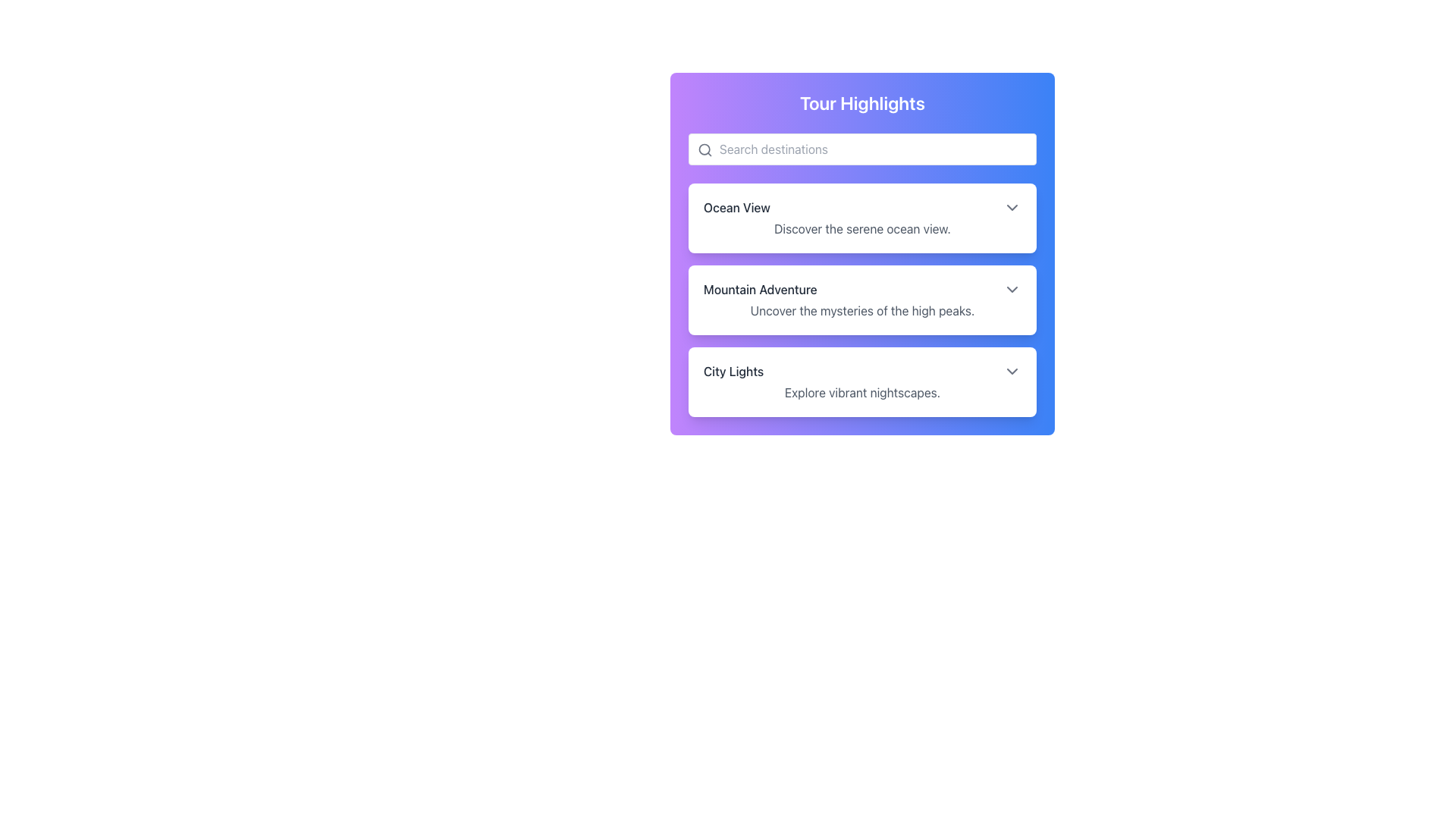 Image resolution: width=1456 pixels, height=819 pixels. What do you see at coordinates (862, 300) in the screenshot?
I see `the second card in the 'Tour Highlights' section, which is labeled 'Mountain Adventure'` at bounding box center [862, 300].